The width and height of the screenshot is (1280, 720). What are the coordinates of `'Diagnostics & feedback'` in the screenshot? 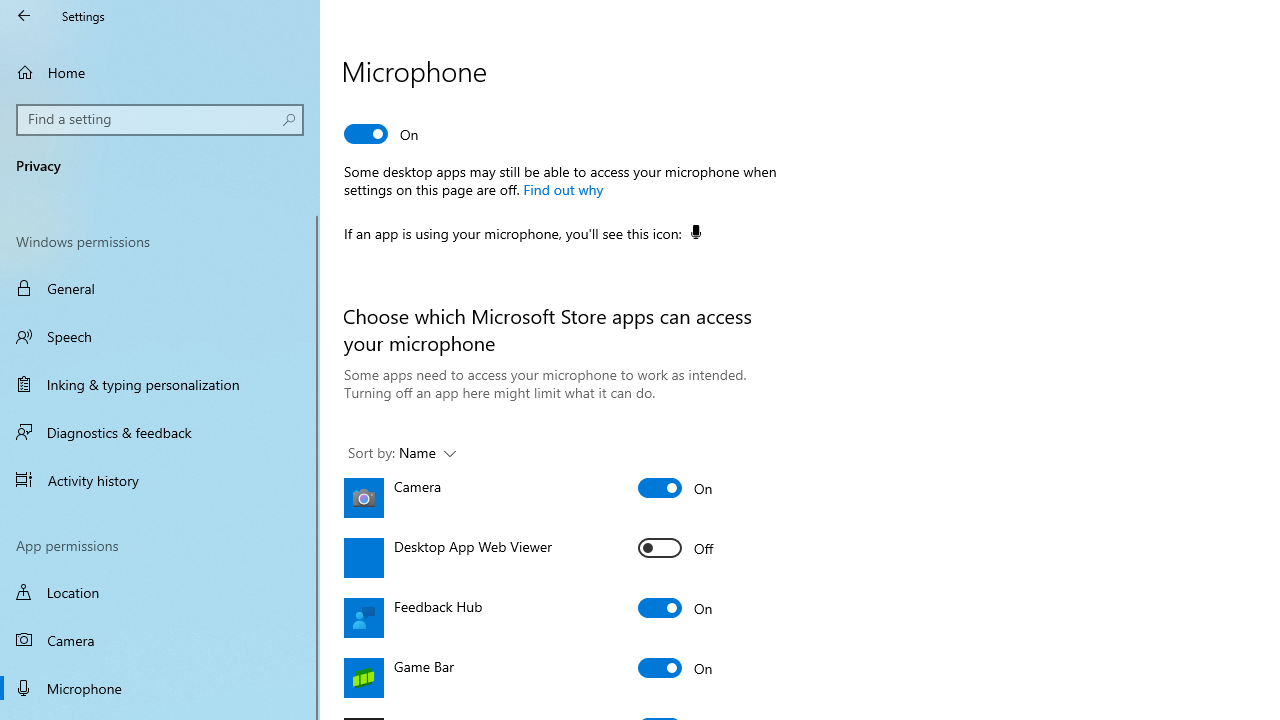 It's located at (160, 431).